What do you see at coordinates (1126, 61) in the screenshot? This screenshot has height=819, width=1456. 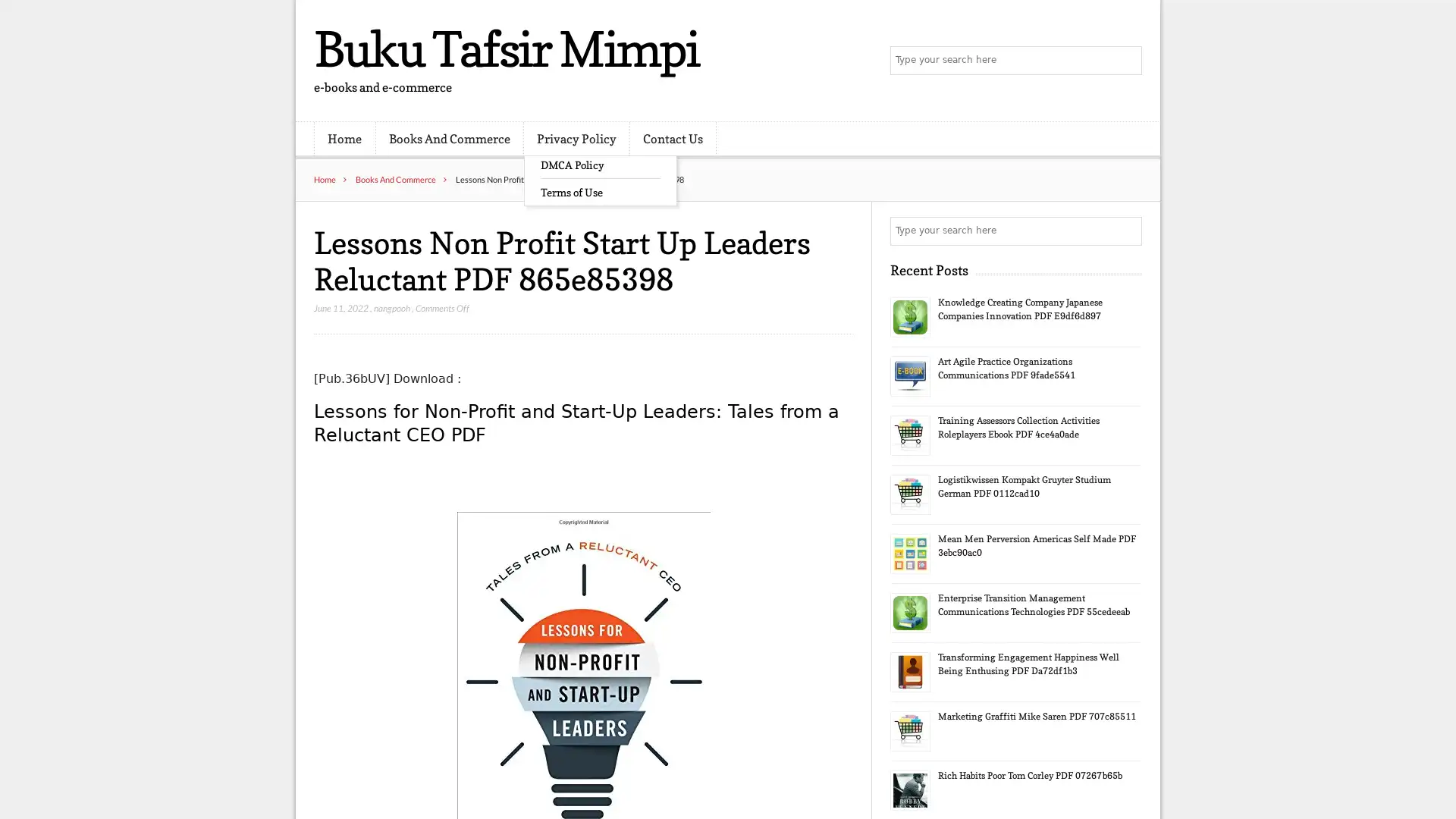 I see `Search` at bounding box center [1126, 61].